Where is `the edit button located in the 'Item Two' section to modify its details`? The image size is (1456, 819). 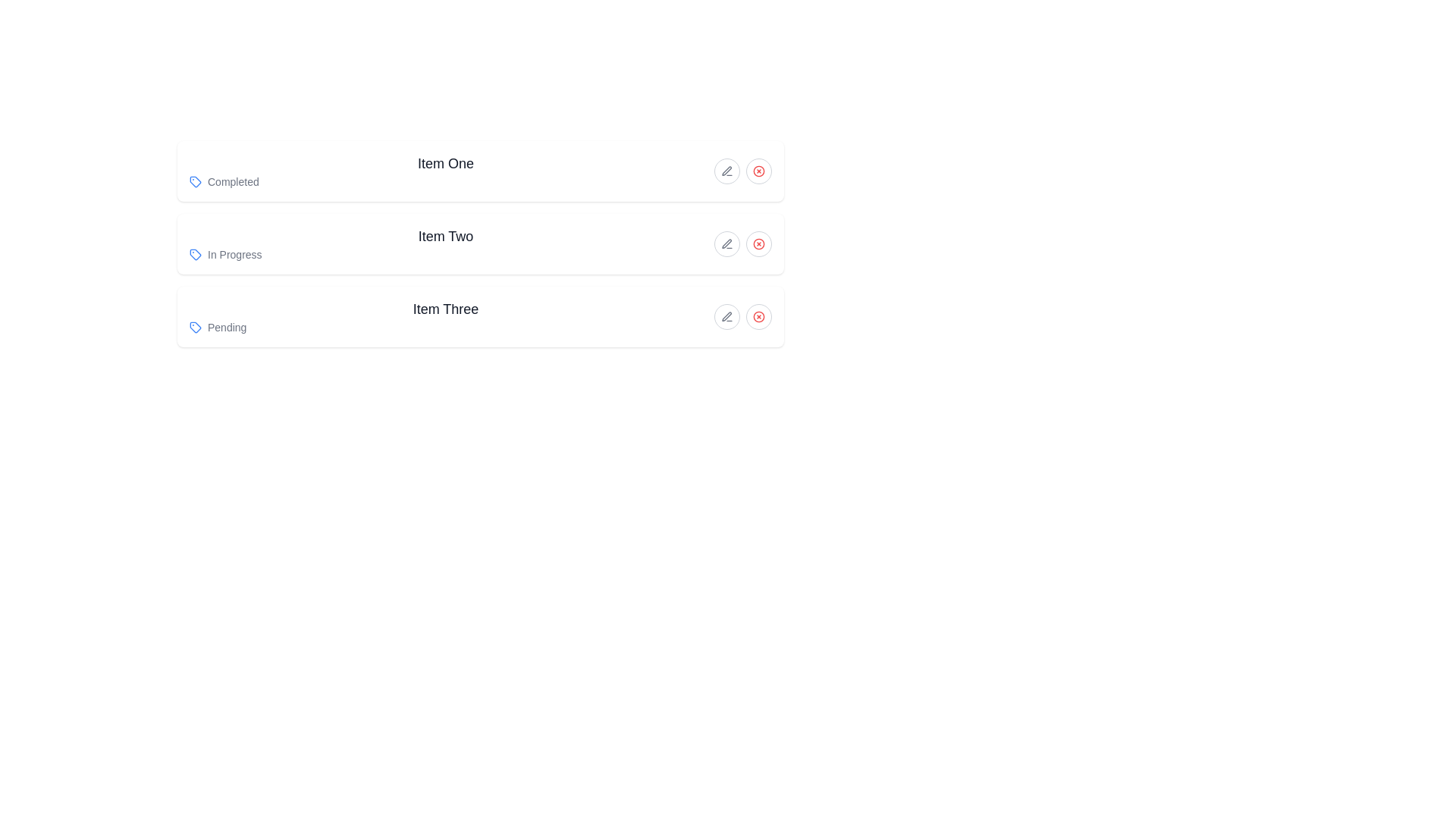
the edit button located in the 'Item Two' section to modify its details is located at coordinates (742, 243).